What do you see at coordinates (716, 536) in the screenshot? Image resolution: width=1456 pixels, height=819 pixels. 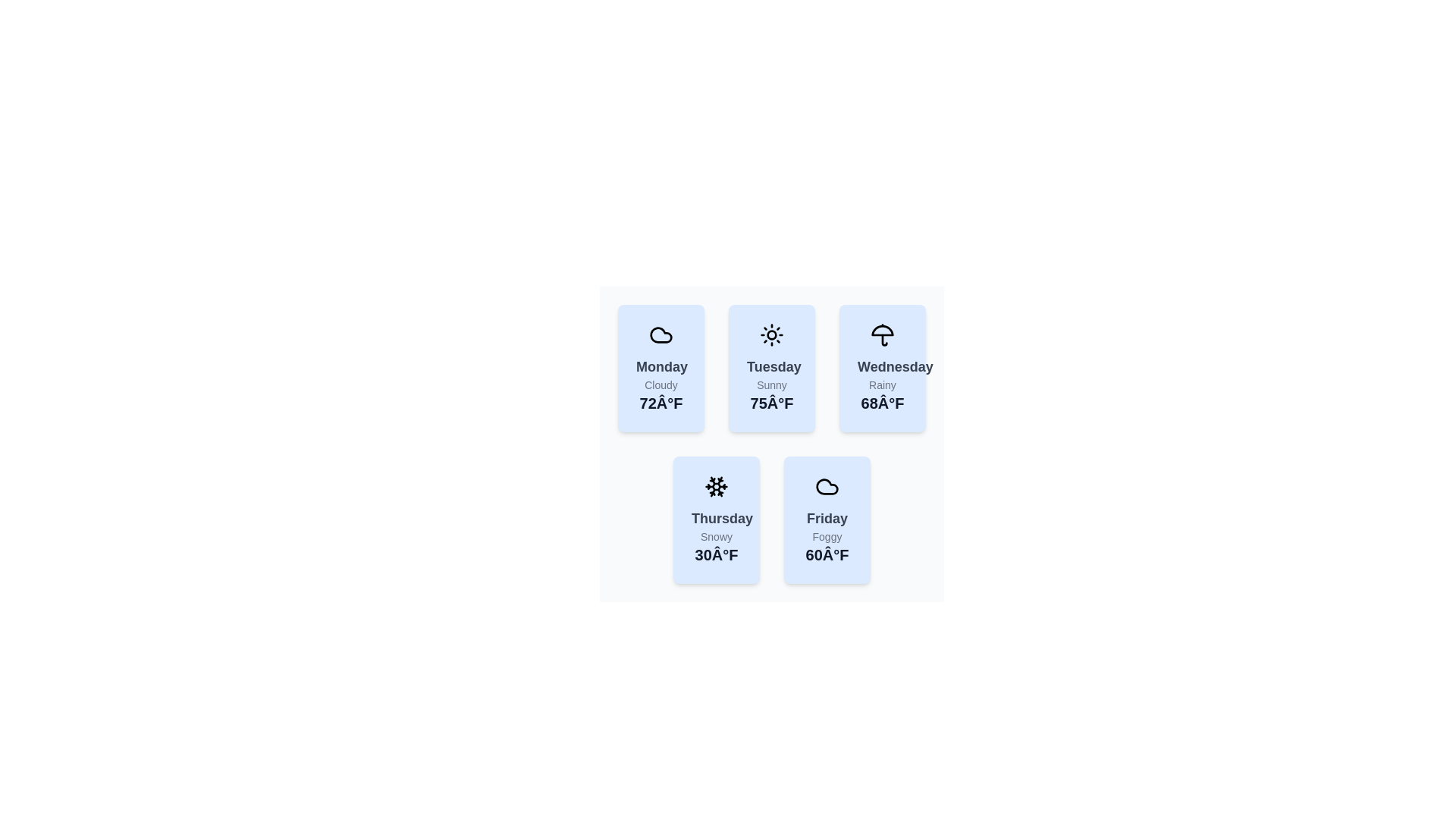 I see `text element displaying 'Snowy' which is positioned below the heading 'Thursday' and above the temperature '30°F'` at bounding box center [716, 536].